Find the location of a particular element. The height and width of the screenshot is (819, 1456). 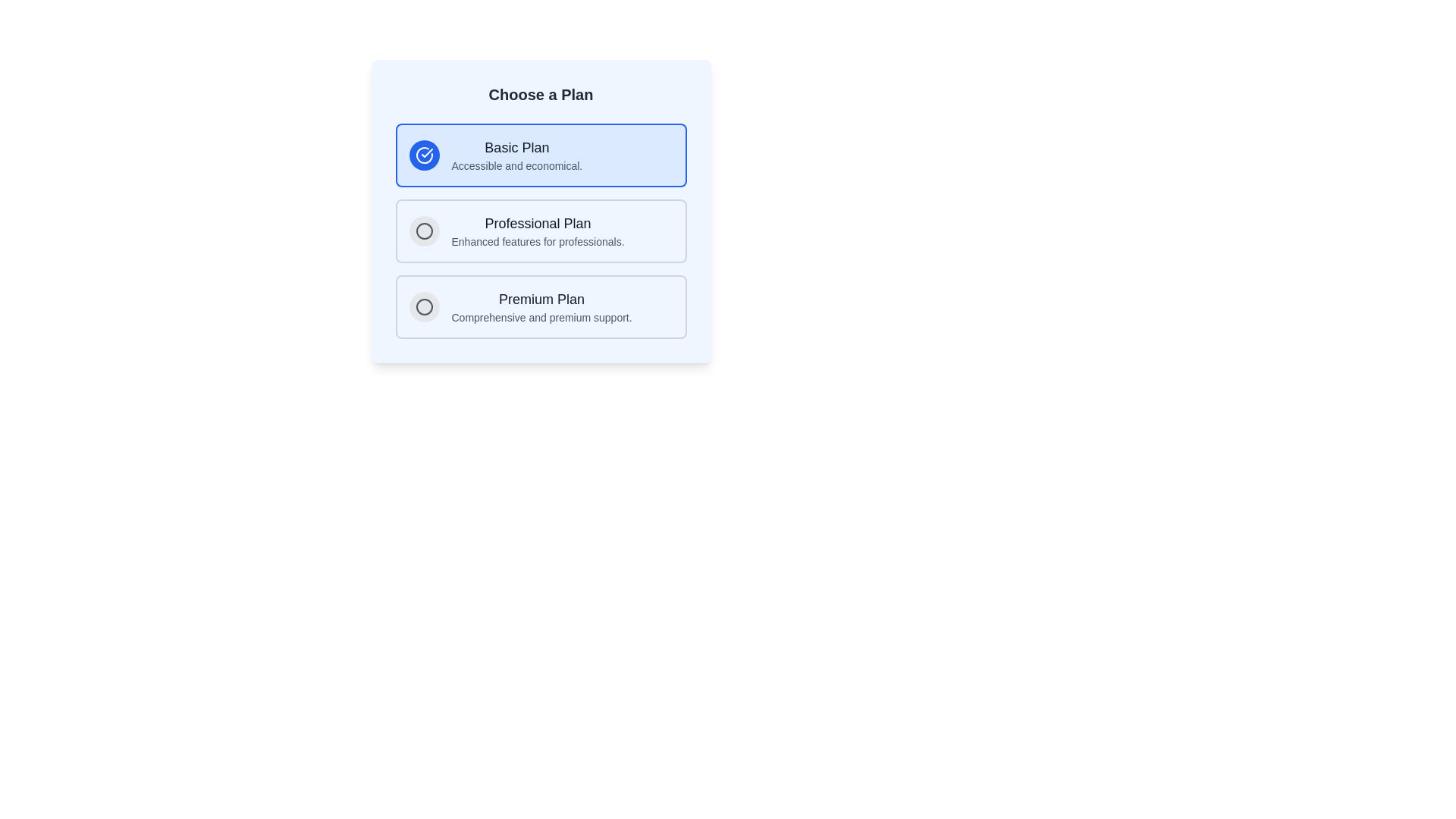

the informational text label that describes the 'Basic Plan', located directly below the 'Basic Plan' header is located at coordinates (516, 166).